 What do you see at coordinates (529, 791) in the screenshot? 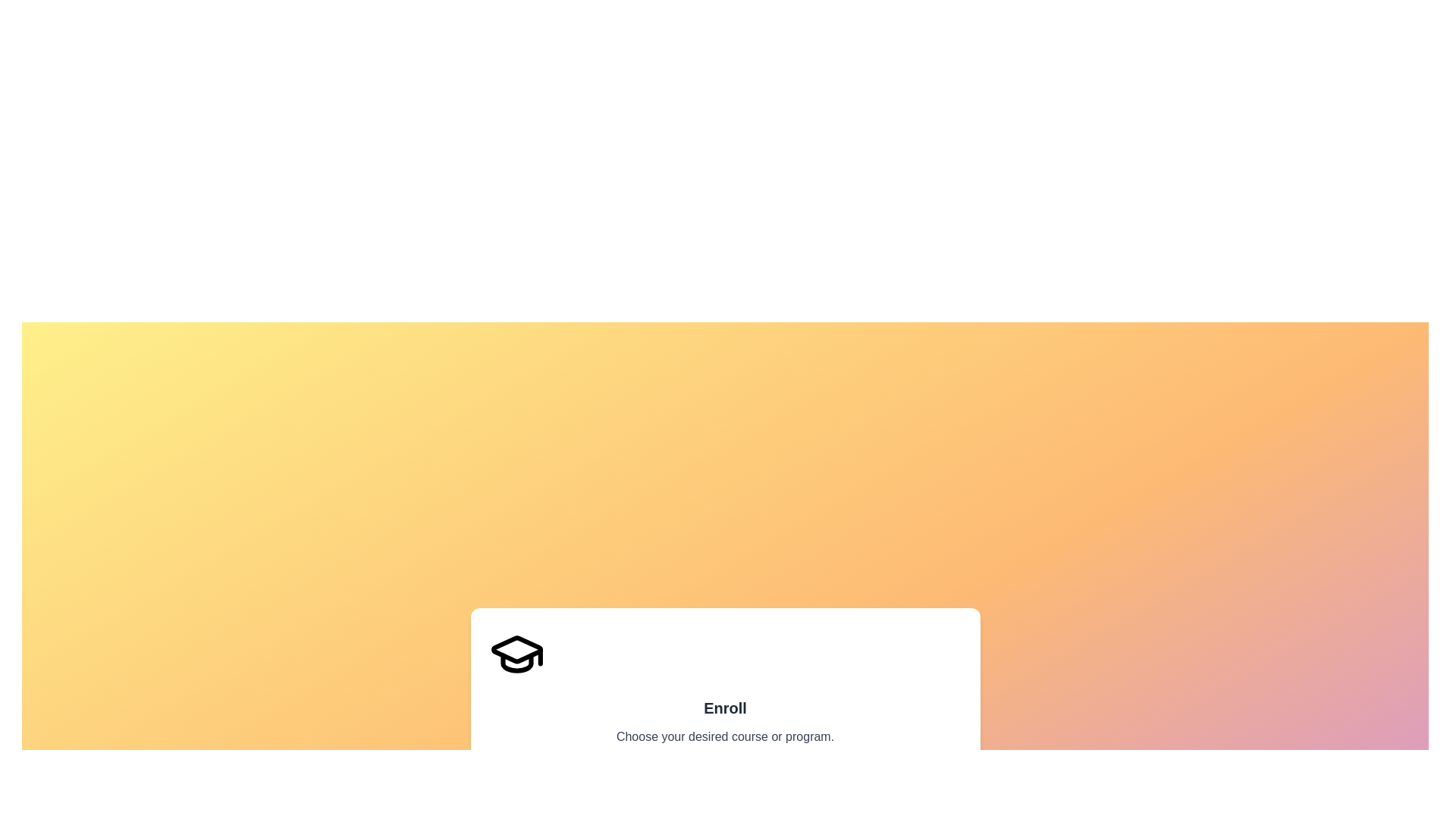
I see `the Previous button to navigate to the Previous step` at bounding box center [529, 791].